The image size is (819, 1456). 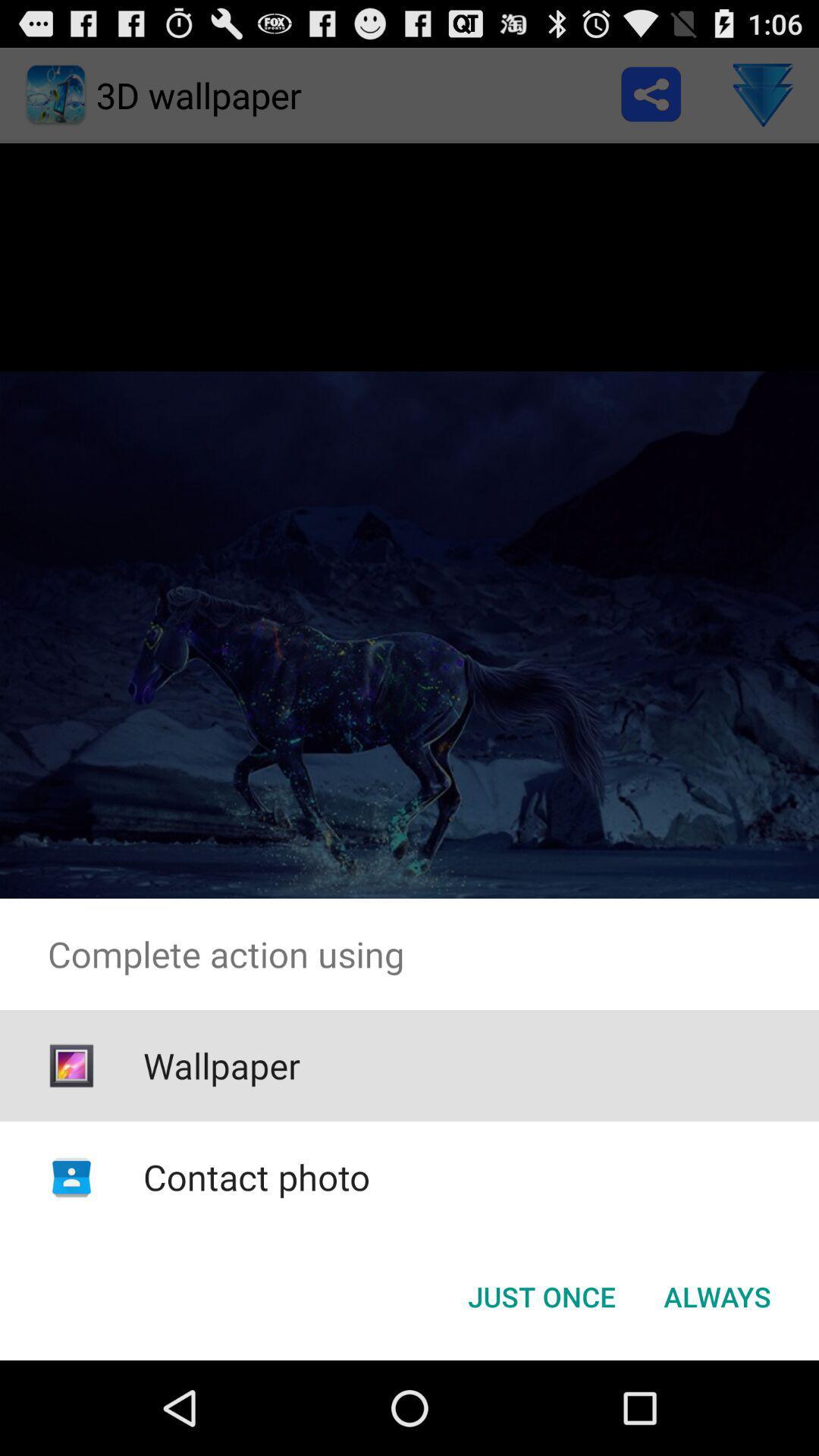 I want to click on just once button, so click(x=541, y=1295).